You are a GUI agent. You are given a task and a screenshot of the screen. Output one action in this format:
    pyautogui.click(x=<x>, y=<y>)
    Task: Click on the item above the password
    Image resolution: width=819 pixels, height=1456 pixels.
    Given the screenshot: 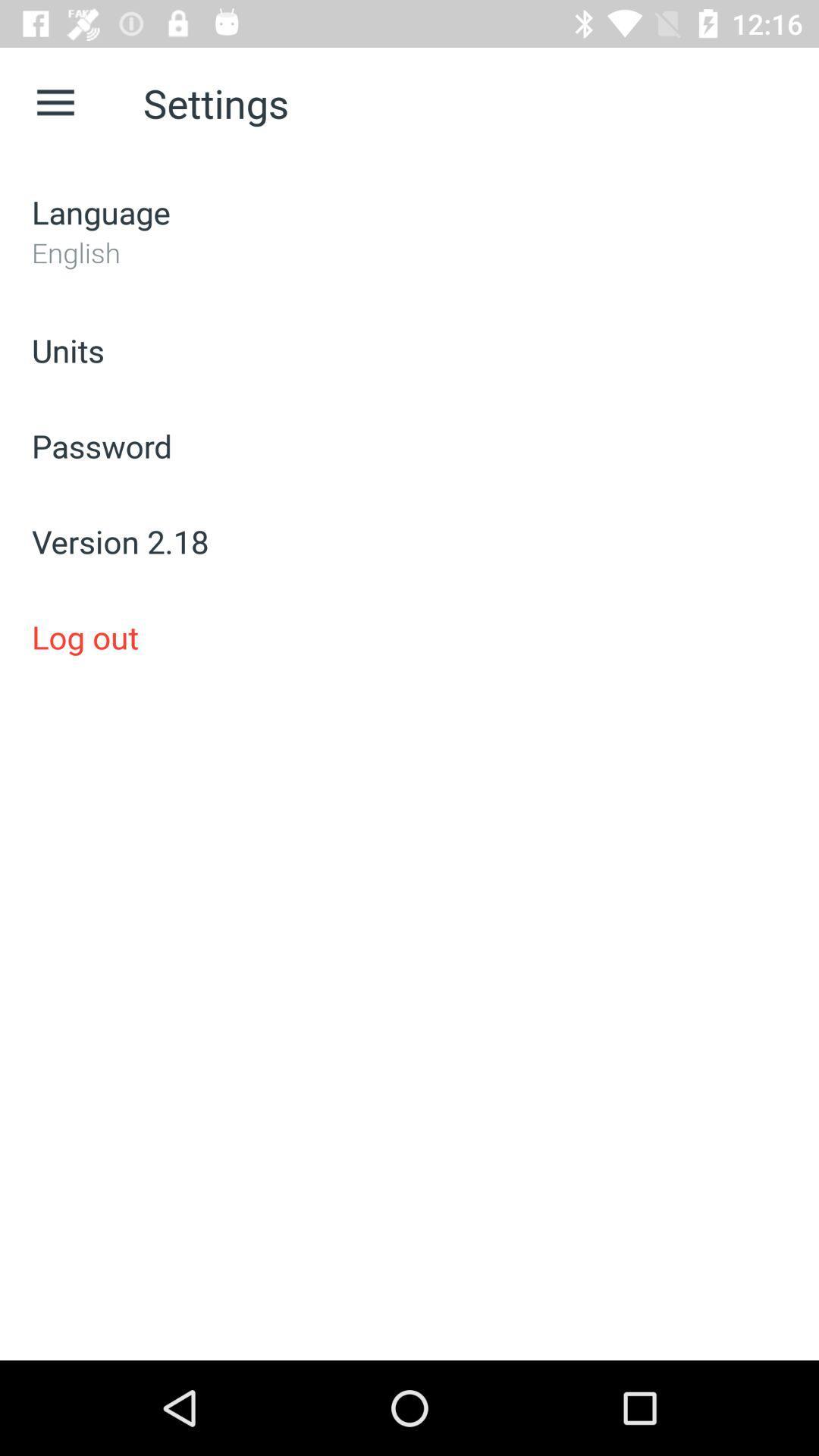 What is the action you would take?
    pyautogui.click(x=409, y=349)
    